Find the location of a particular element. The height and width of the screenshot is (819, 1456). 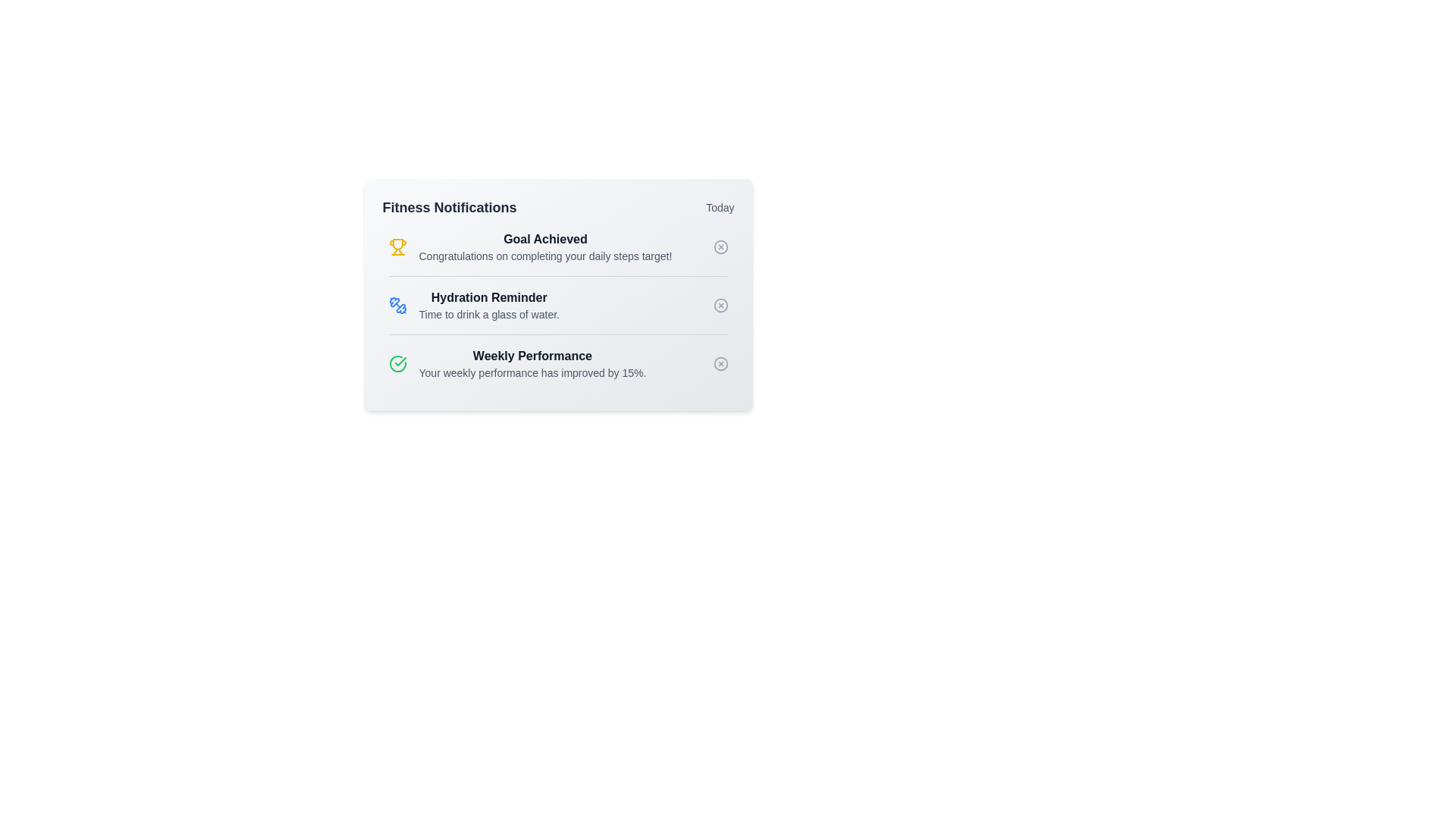

text of the notification component titled 'Hydration Reminder' which is centrally aligned in the notification panel and positioned as the second entry under 'Fitness Notifications' is located at coordinates (489, 305).